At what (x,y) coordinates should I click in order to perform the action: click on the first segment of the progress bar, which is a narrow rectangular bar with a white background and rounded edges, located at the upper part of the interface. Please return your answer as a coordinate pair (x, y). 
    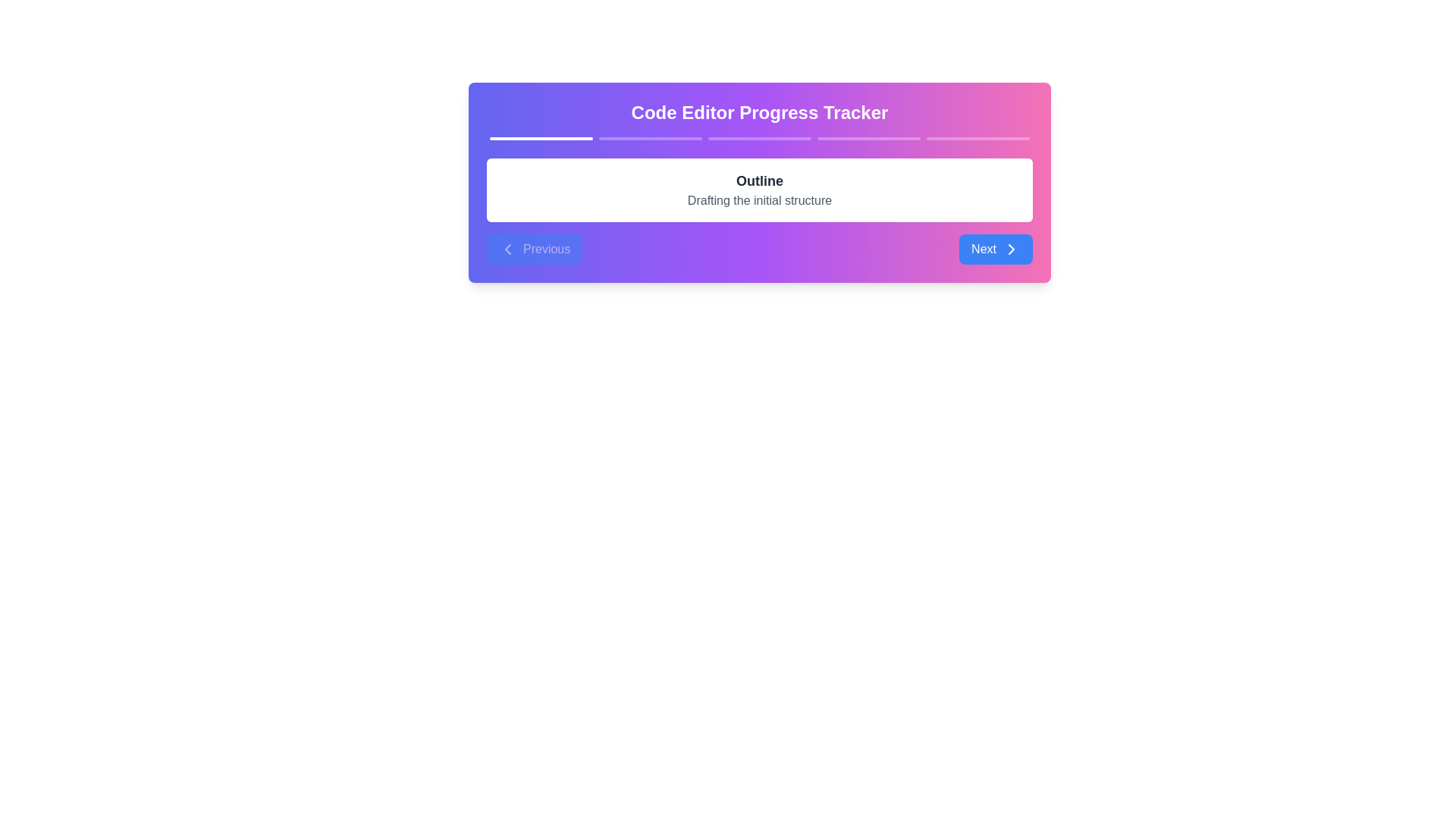
    Looking at the image, I should click on (541, 138).